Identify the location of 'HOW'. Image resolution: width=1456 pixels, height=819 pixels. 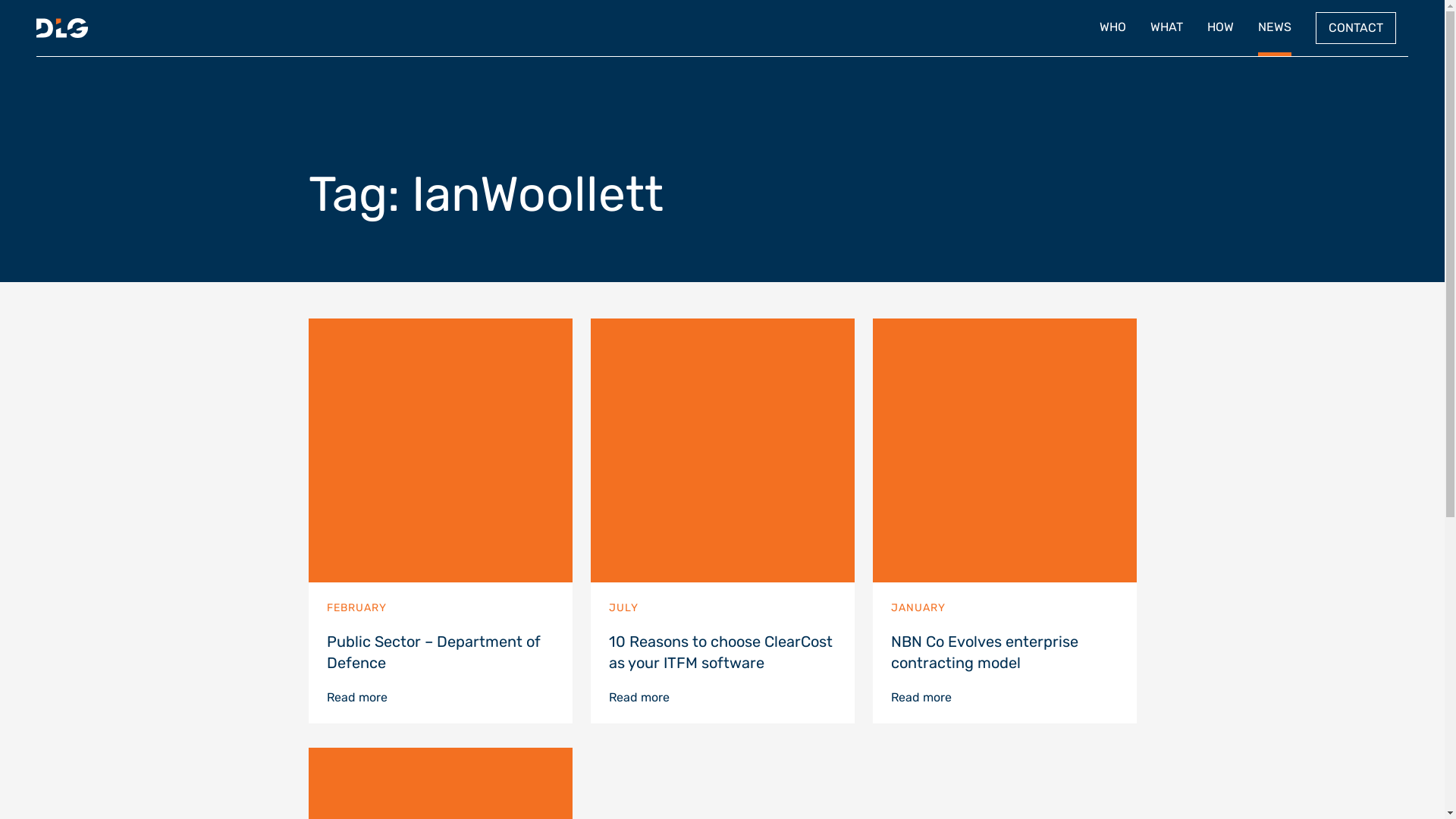
(1220, 28).